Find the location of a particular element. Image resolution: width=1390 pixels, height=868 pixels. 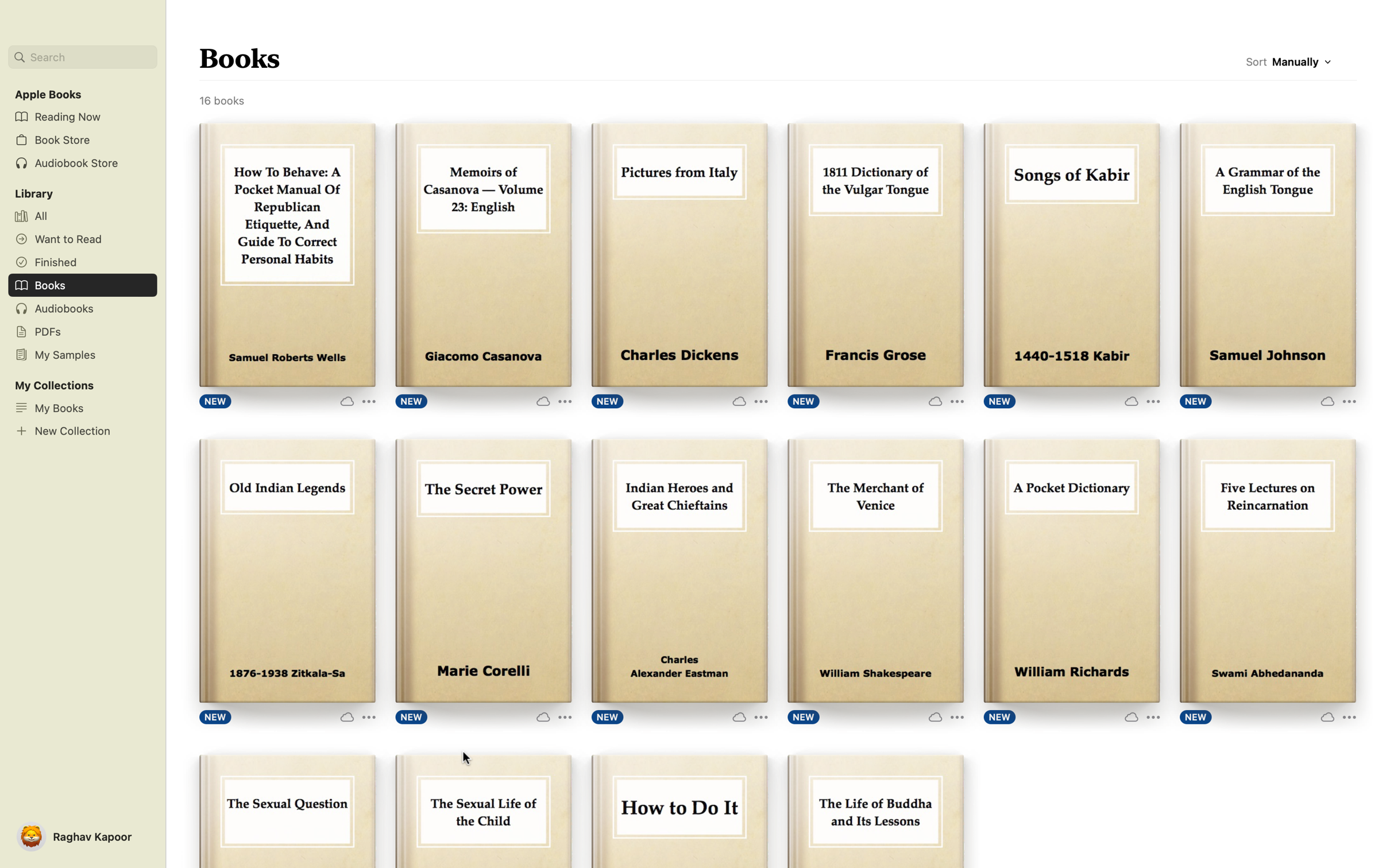

Activate the "More Options" button for the book "Indian Heroes" is located at coordinates (748, 715).